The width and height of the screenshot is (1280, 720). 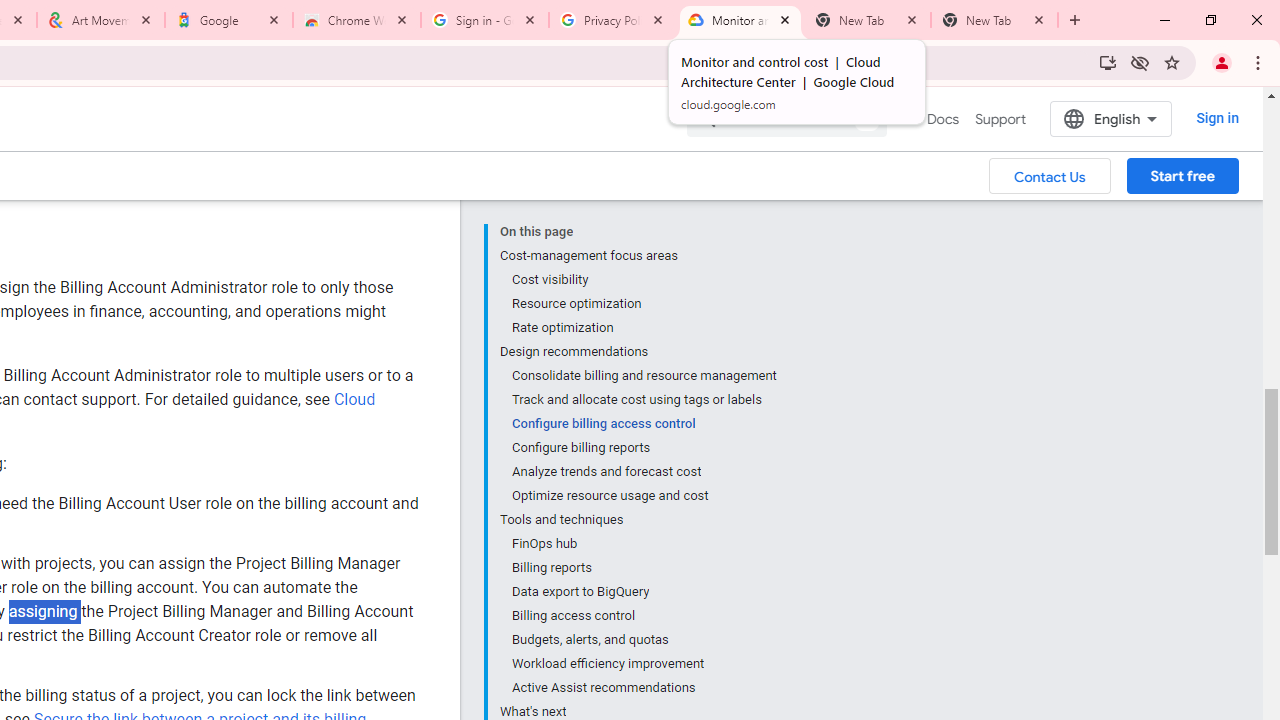 I want to click on 'Configure billing access control', so click(x=643, y=423).